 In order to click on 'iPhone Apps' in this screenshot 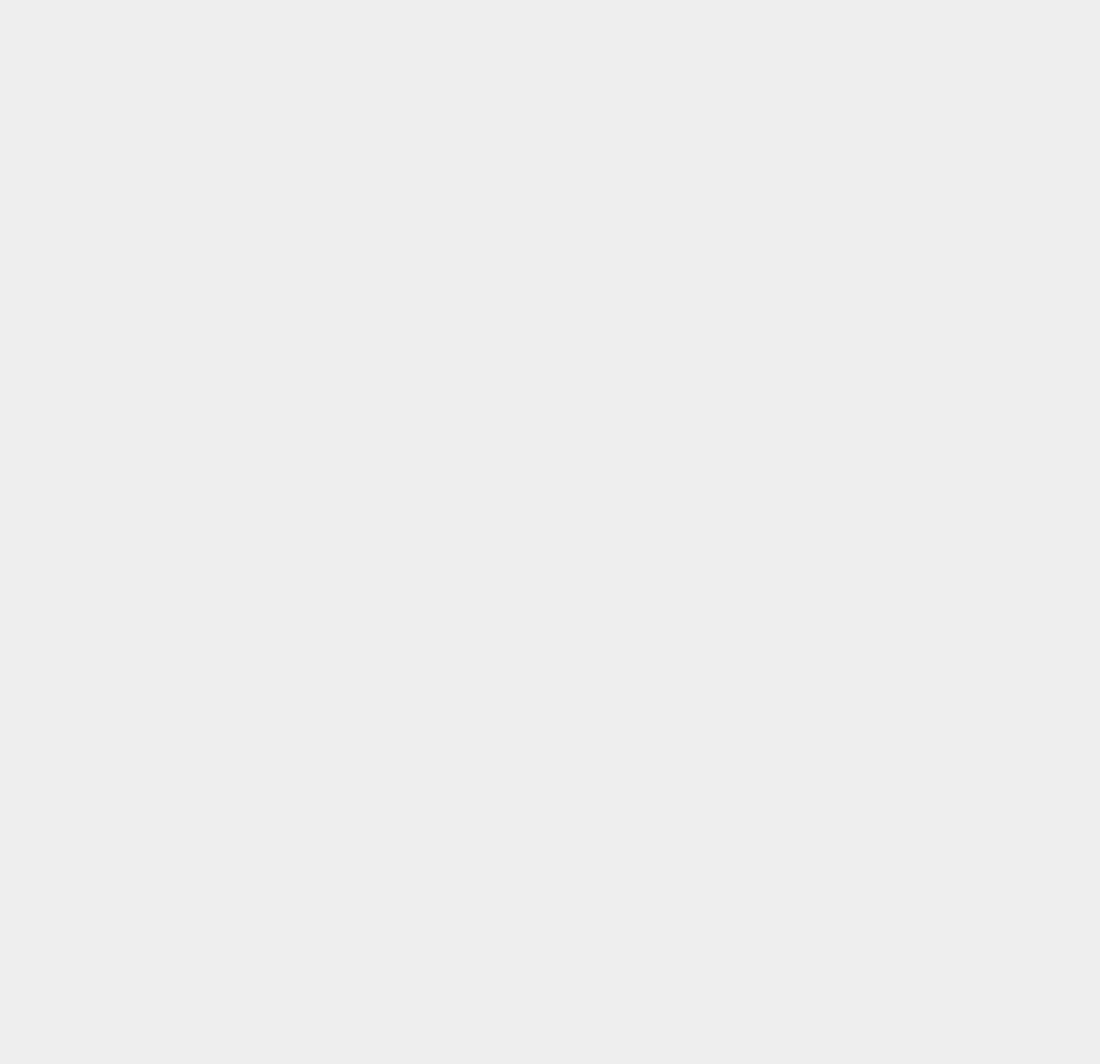, I will do `click(816, 1007)`.